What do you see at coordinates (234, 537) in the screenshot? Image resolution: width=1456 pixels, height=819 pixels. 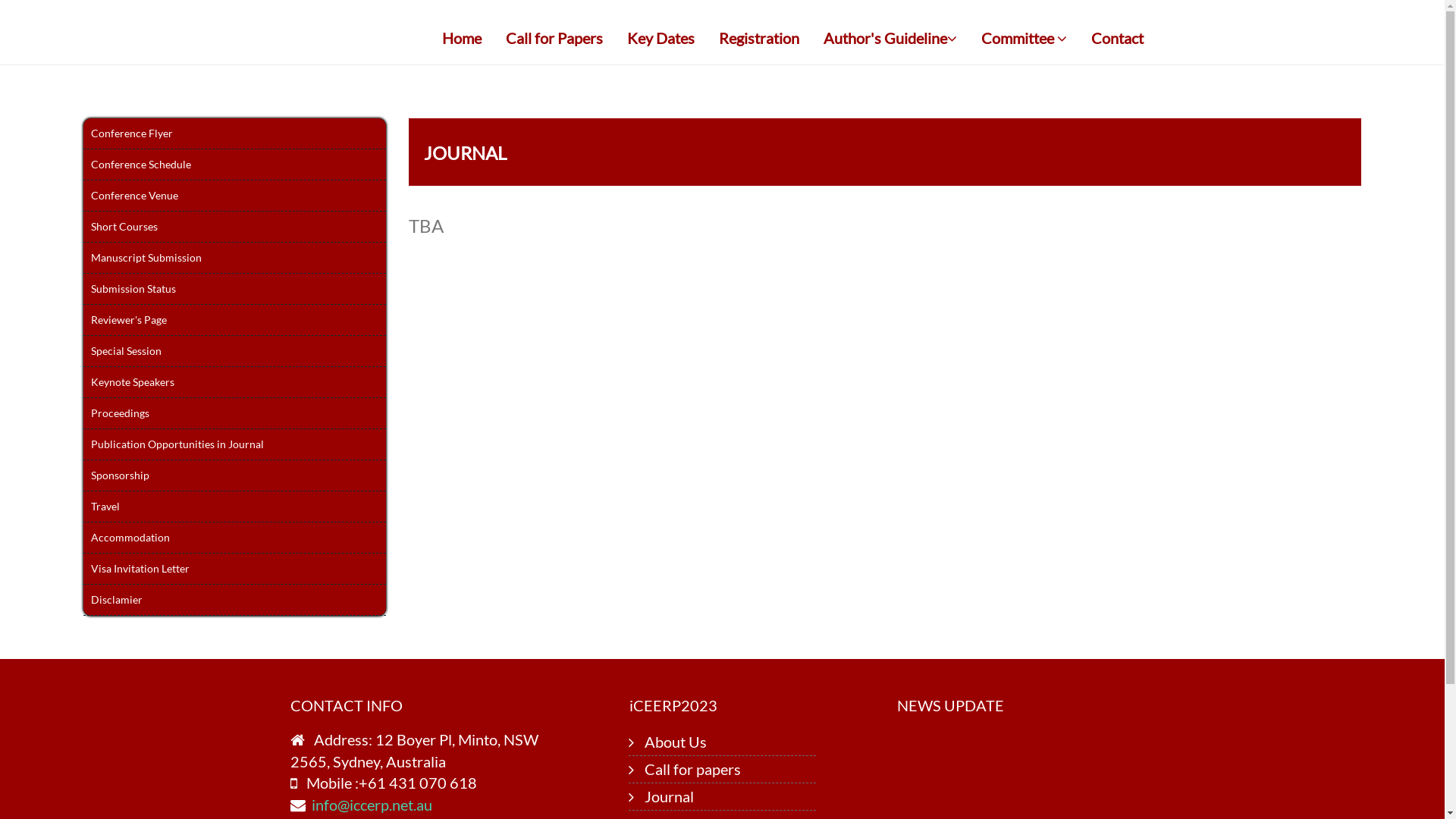 I see `'Accommodation'` at bounding box center [234, 537].